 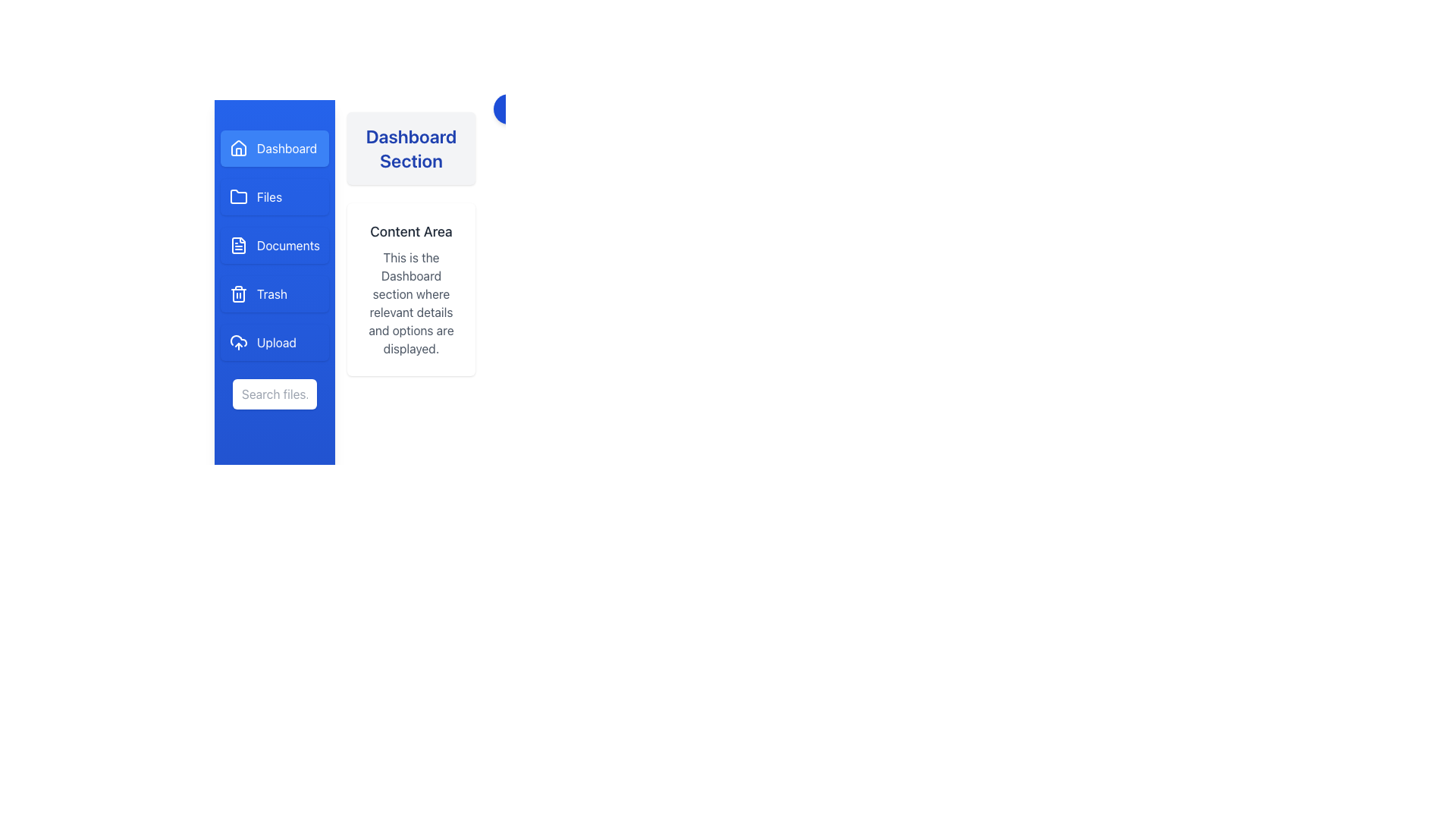 What do you see at coordinates (275, 149) in the screenshot?
I see `the 'Dashboard' button with rounded corners and a house icon` at bounding box center [275, 149].